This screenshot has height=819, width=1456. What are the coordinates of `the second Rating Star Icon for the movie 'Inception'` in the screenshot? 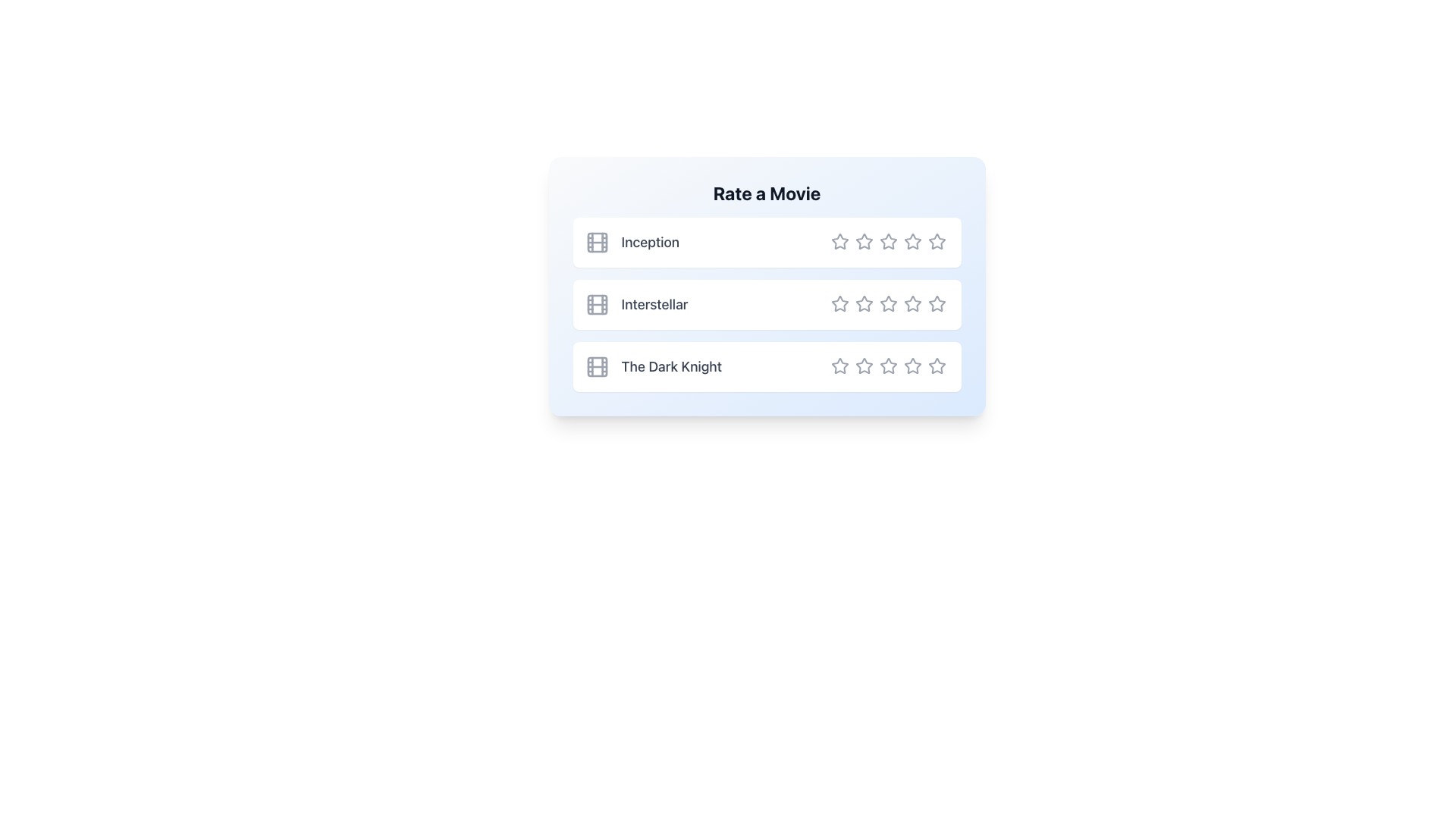 It's located at (864, 241).